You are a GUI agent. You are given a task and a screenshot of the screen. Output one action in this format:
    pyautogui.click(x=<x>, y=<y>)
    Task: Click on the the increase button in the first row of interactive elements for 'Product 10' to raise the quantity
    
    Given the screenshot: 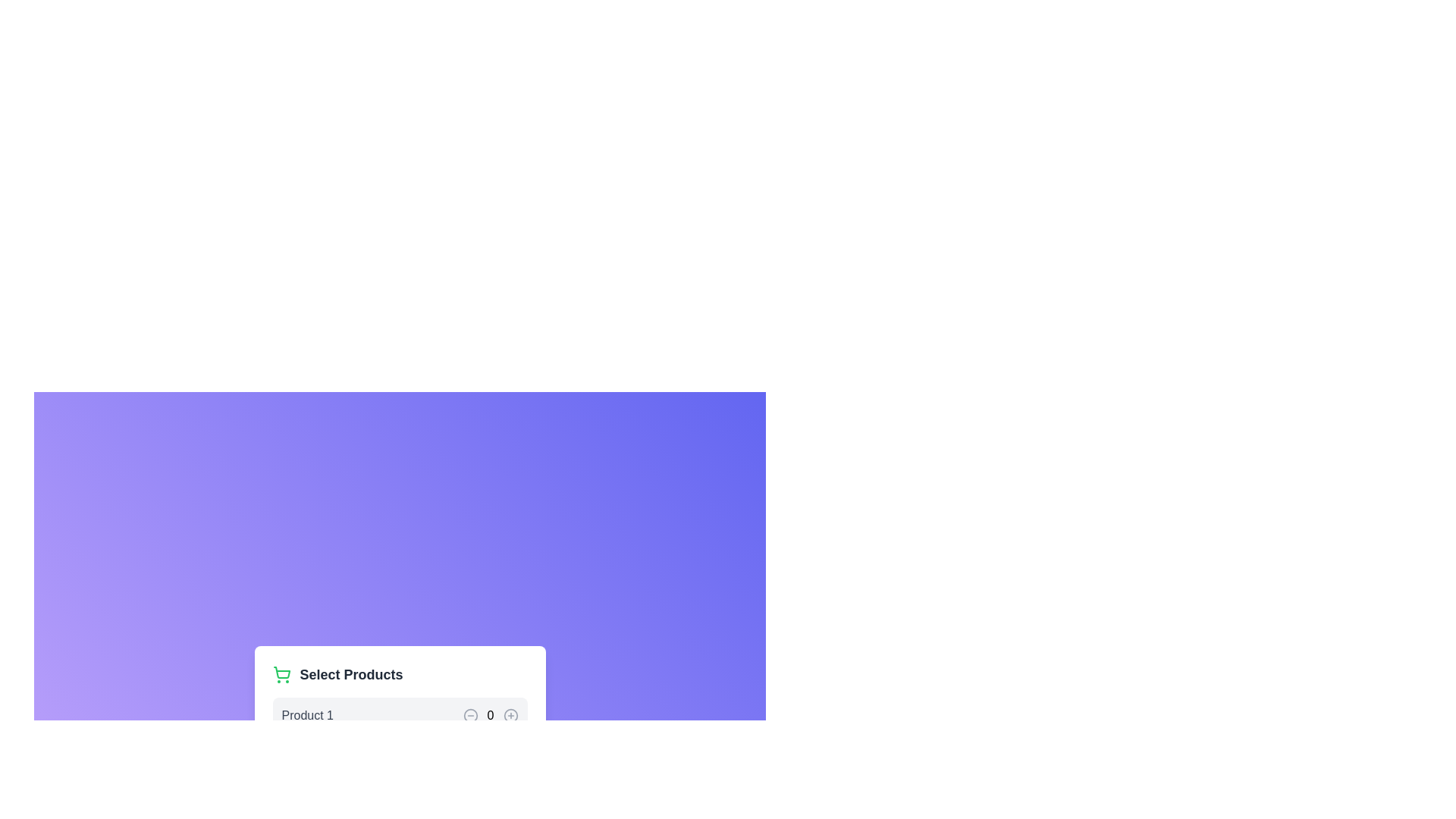 What is the action you would take?
    pyautogui.click(x=400, y=716)
    